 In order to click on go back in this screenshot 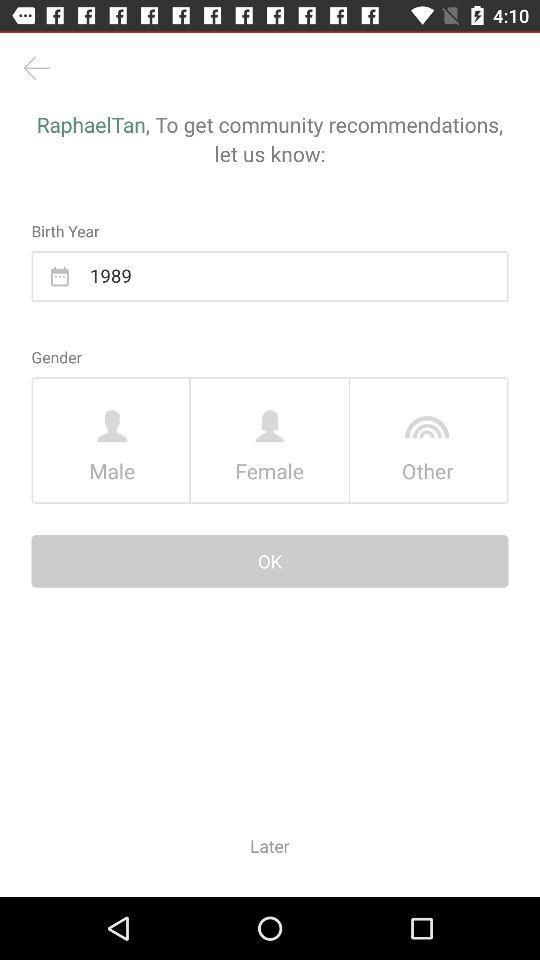, I will do `click(36, 68)`.